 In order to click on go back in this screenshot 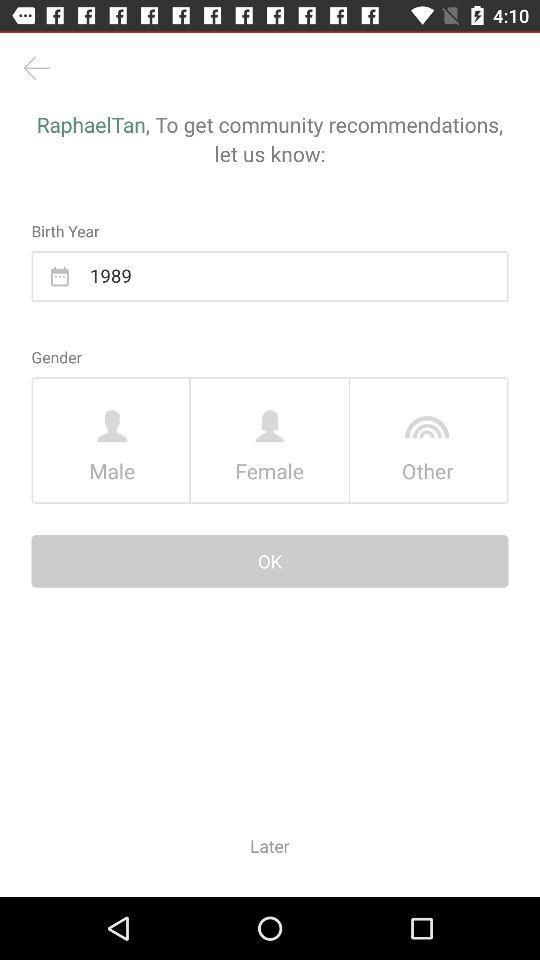, I will do `click(36, 68)`.